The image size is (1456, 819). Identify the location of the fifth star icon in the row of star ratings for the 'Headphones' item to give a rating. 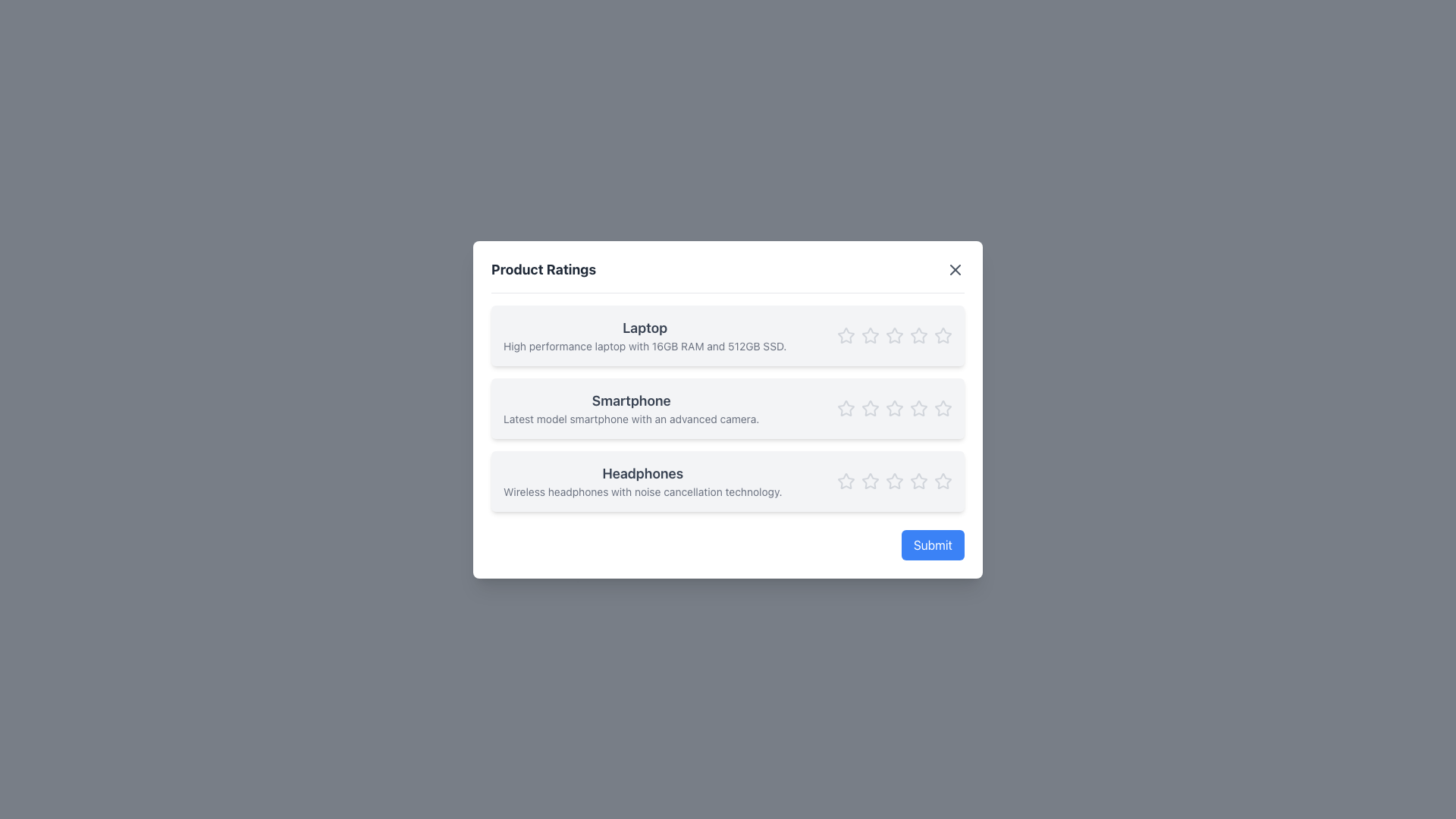
(942, 480).